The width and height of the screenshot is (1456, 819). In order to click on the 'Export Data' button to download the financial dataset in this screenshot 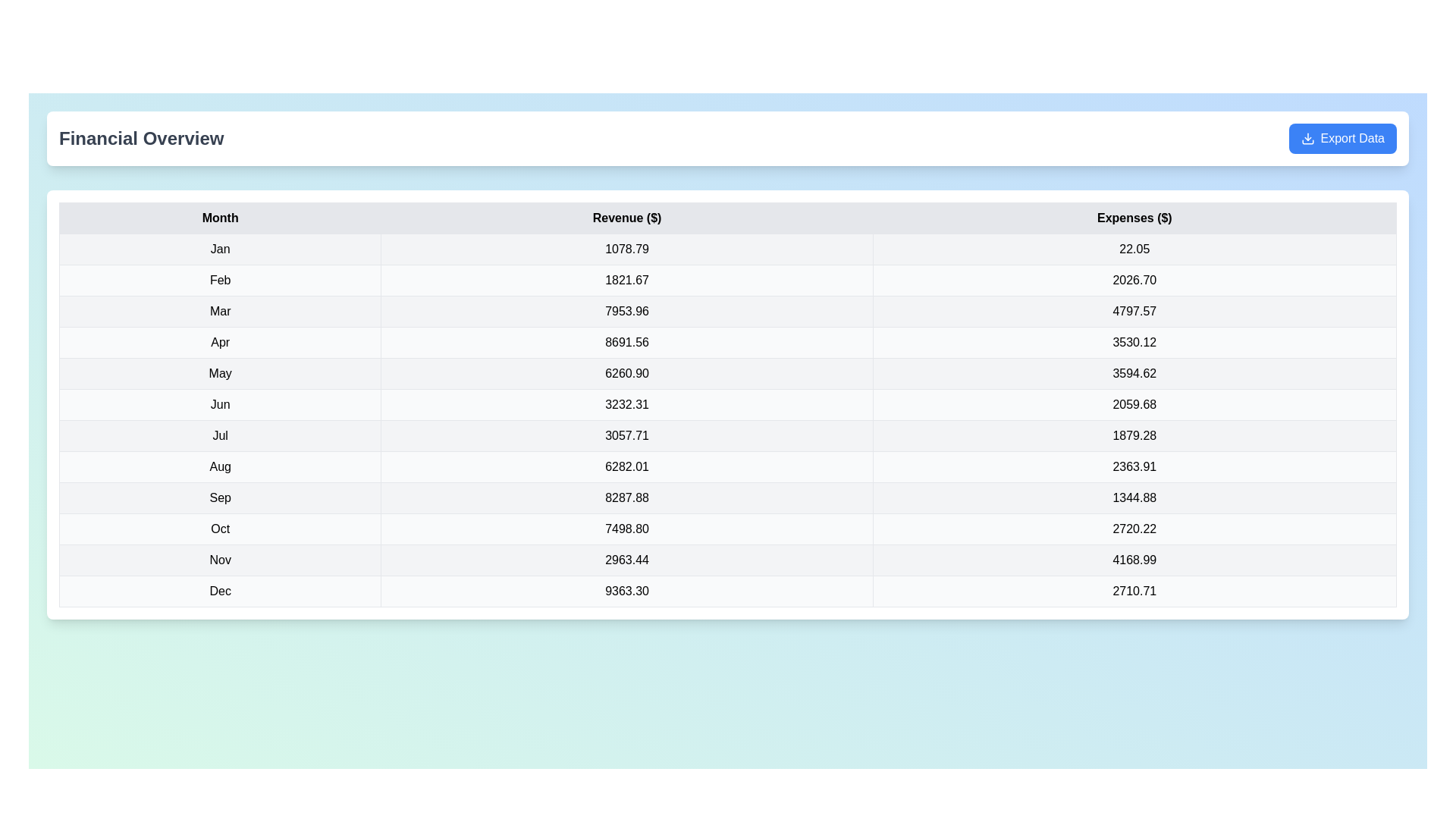, I will do `click(1342, 138)`.